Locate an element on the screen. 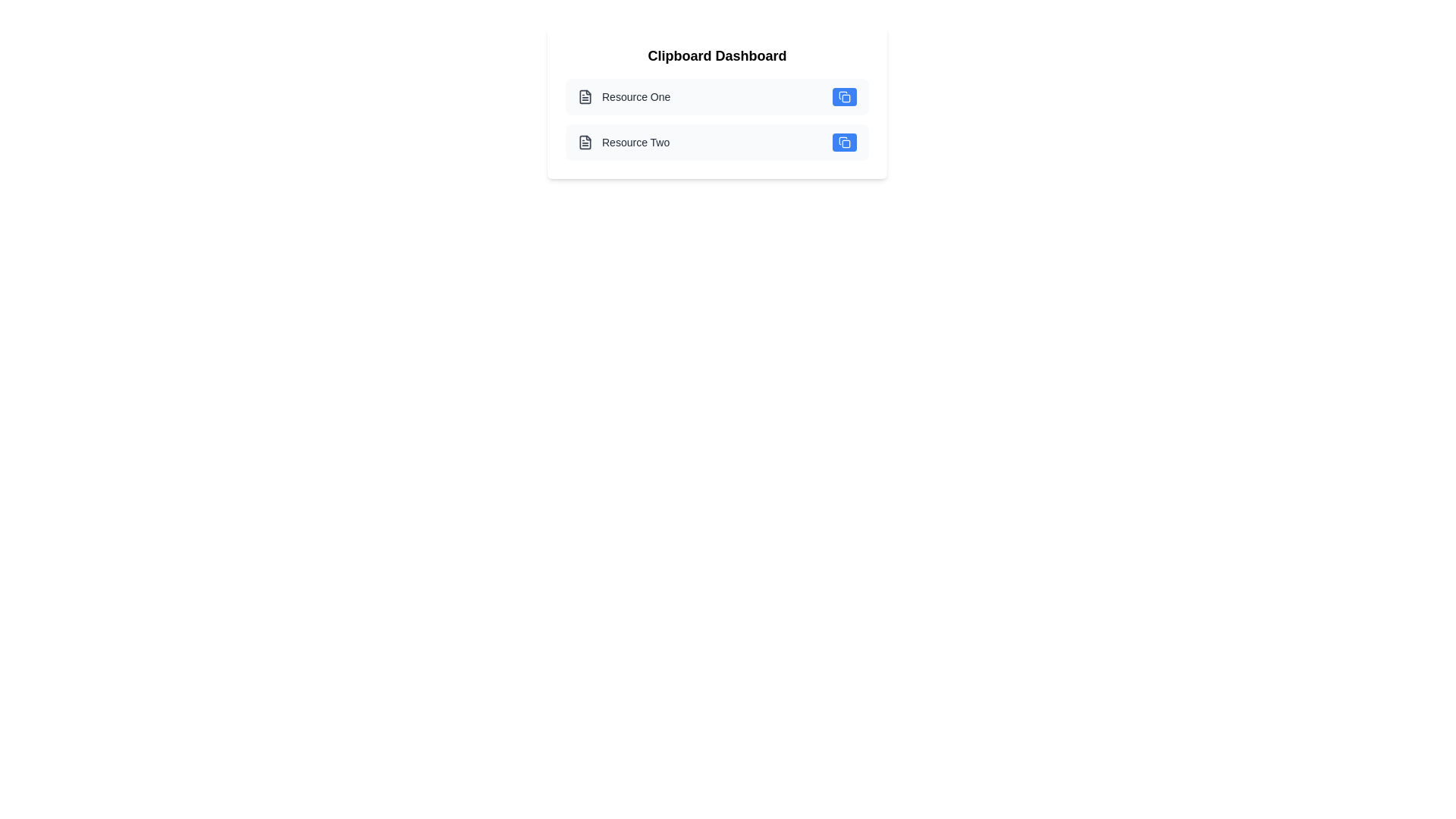  the copy icon located within the blue button next to the text 'Resource Two' in the second row of the 'Clipboard Dashboard' is located at coordinates (843, 143).